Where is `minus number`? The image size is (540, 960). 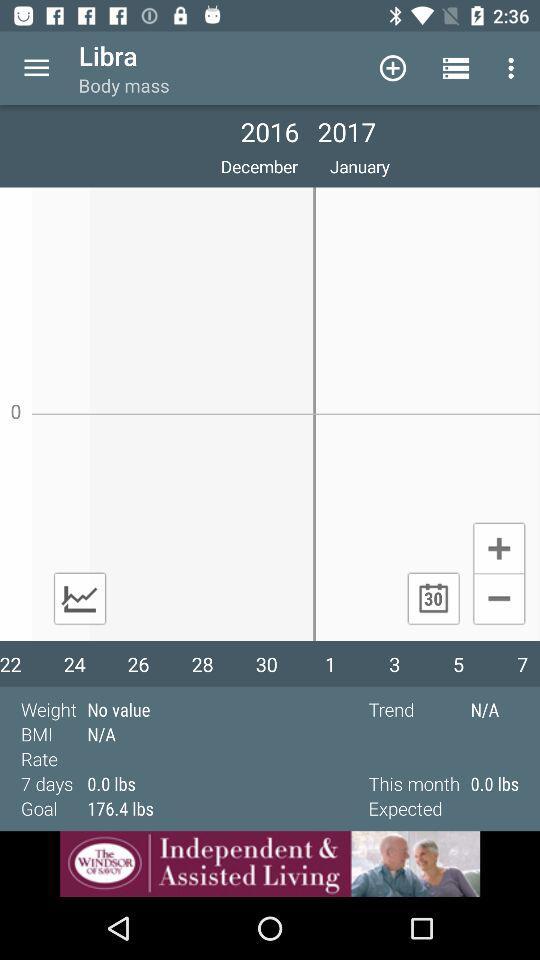 minus number is located at coordinates (498, 600).